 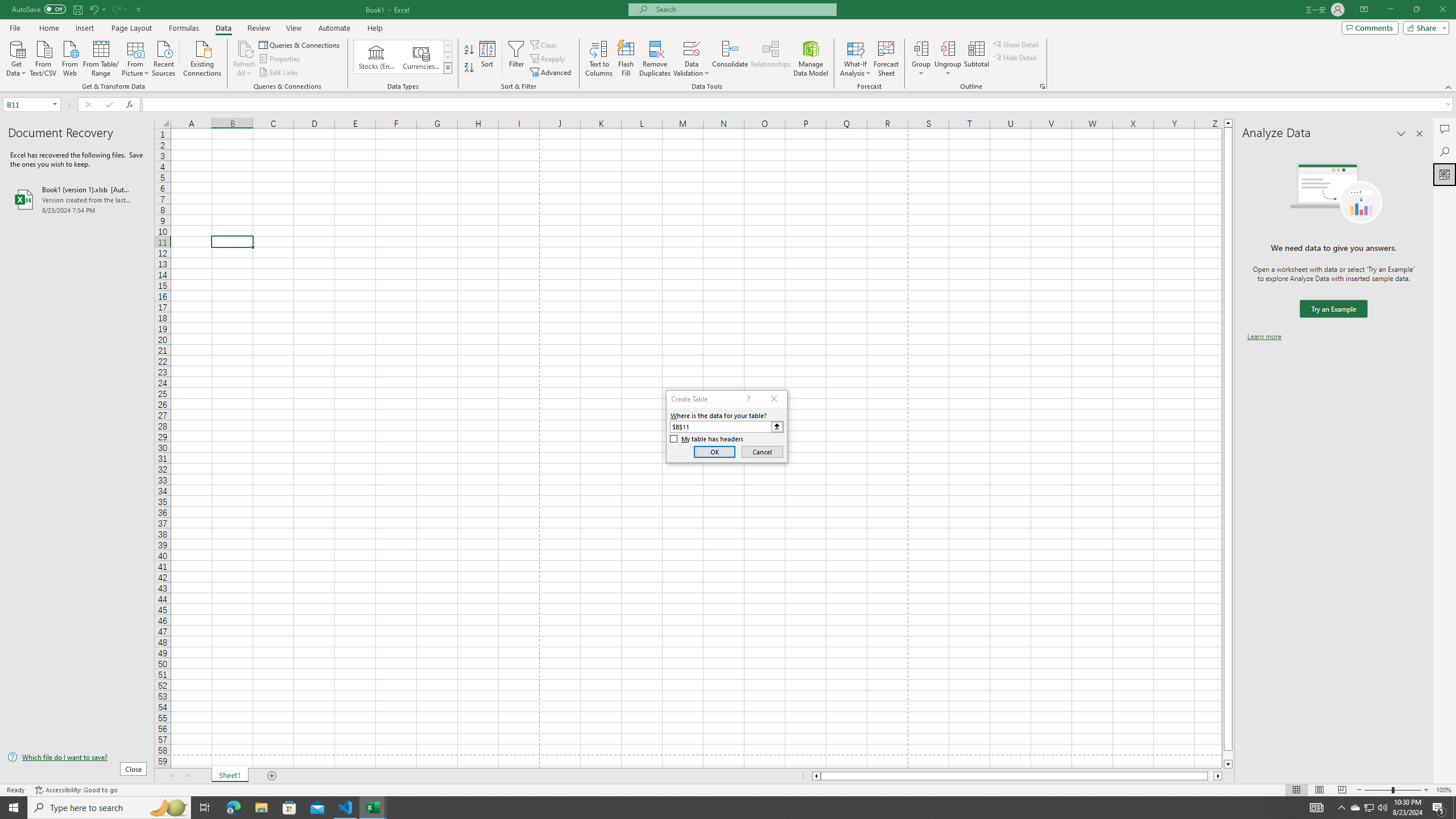 I want to click on 'Advanced...', so click(x=552, y=72).